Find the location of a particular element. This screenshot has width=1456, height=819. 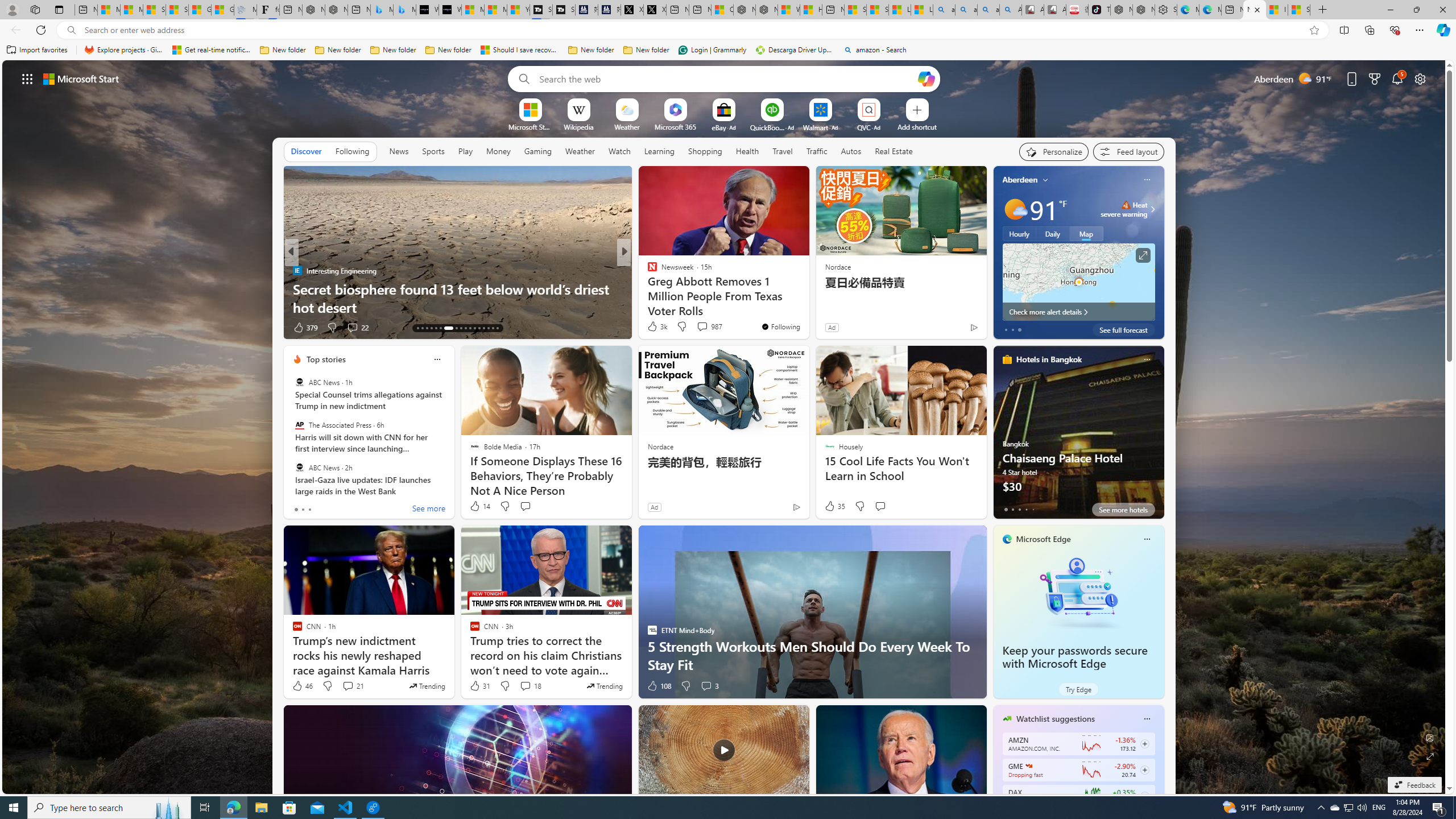

'View comments 22 Comment' is located at coordinates (352, 326).